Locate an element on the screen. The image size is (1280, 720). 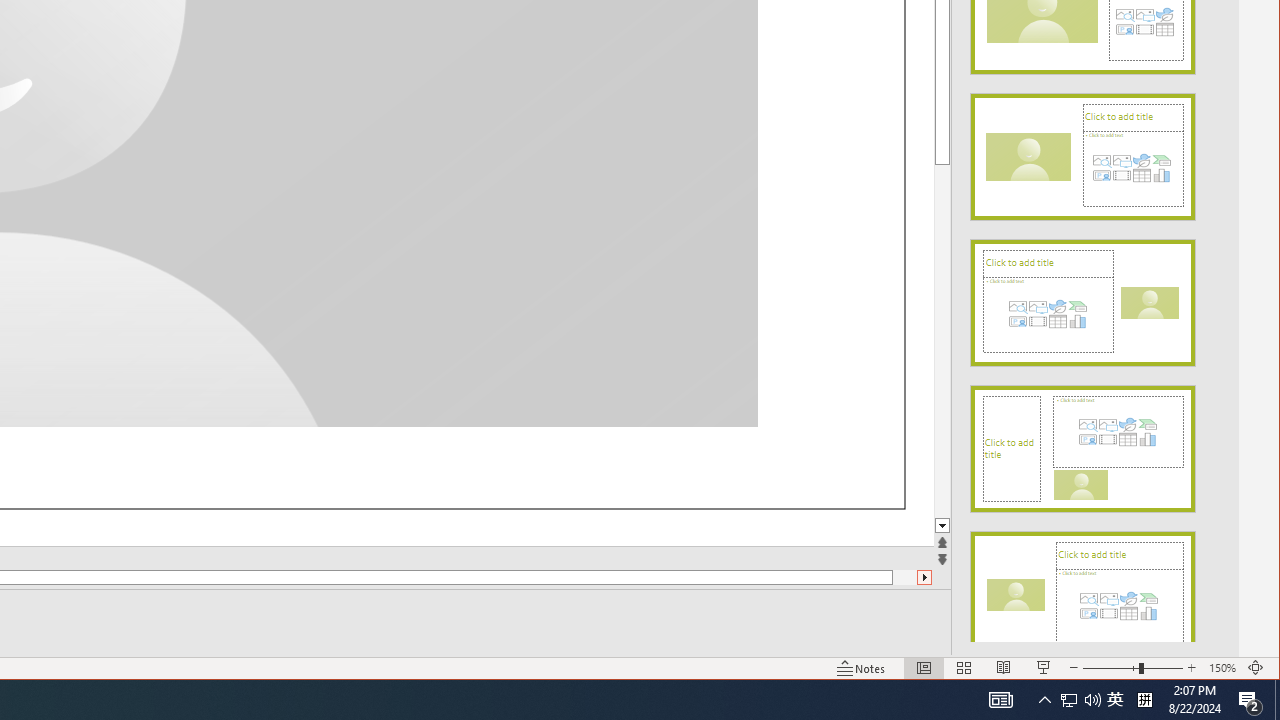
'Design Idea' is located at coordinates (1081, 587).